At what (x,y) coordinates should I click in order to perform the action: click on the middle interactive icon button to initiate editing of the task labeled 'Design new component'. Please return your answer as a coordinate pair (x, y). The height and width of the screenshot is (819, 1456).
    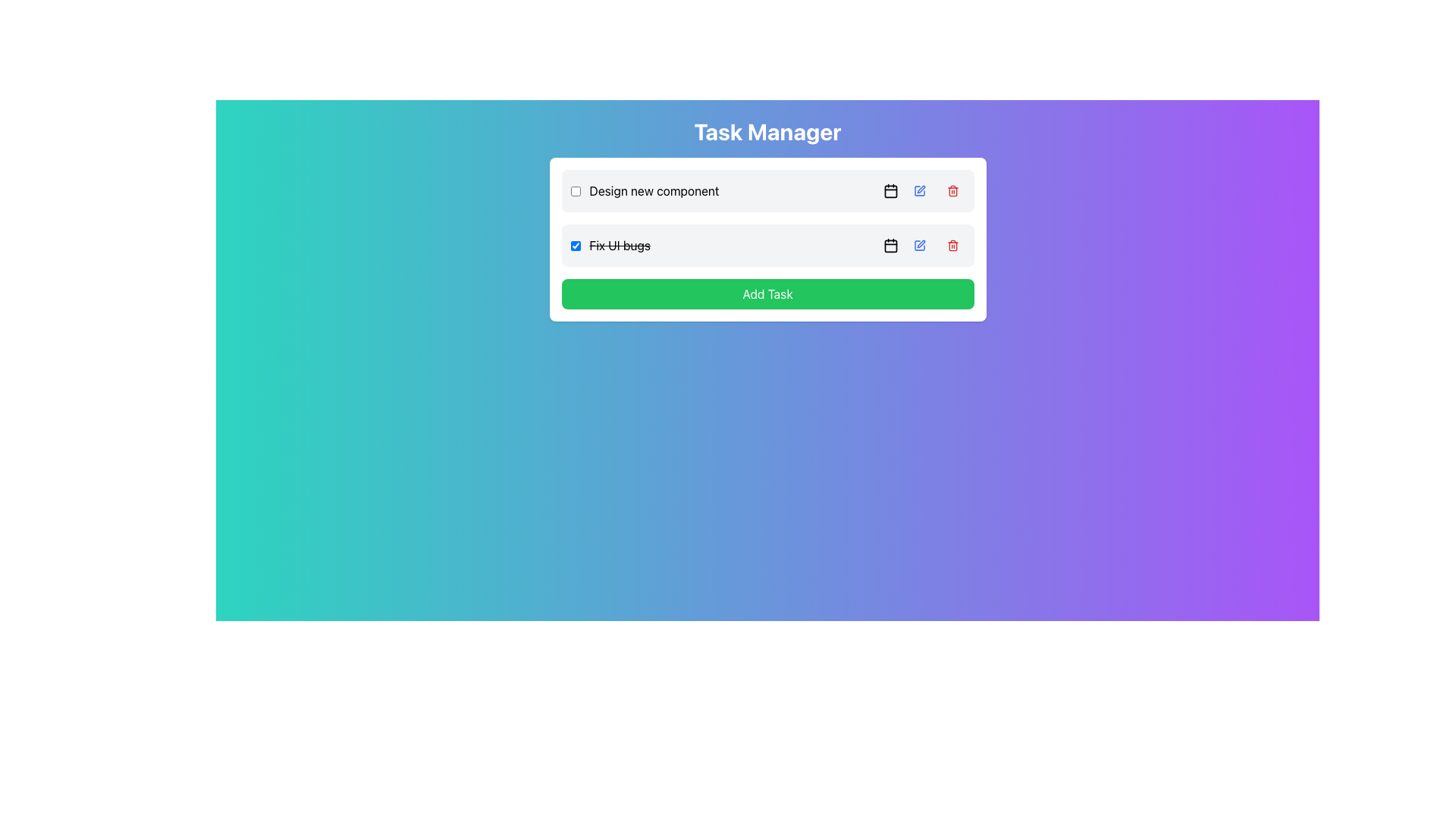
    Looking at the image, I should click on (923, 190).